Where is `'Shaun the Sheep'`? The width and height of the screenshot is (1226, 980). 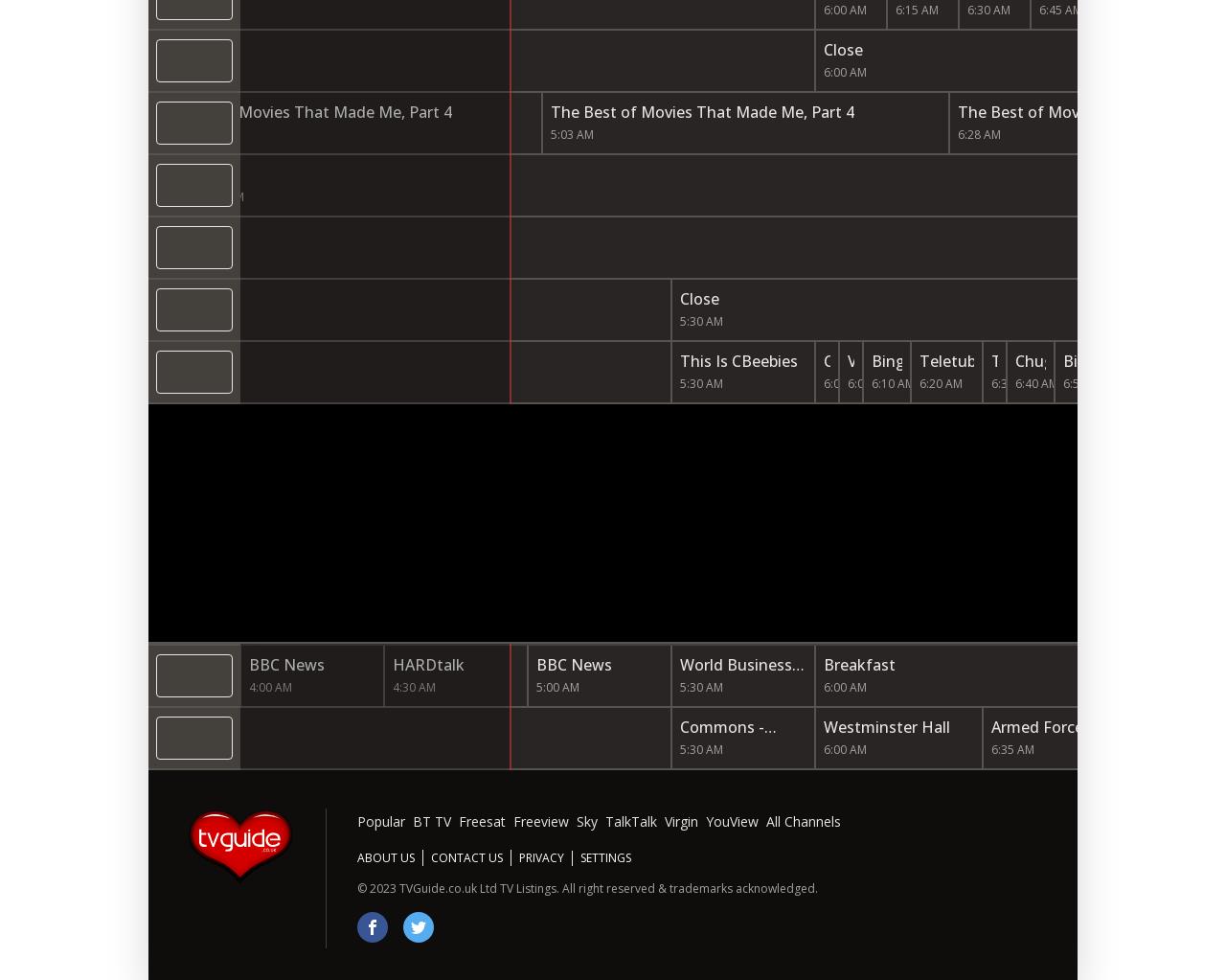
'Shaun the Sheep' is located at coordinates (1134, 321).